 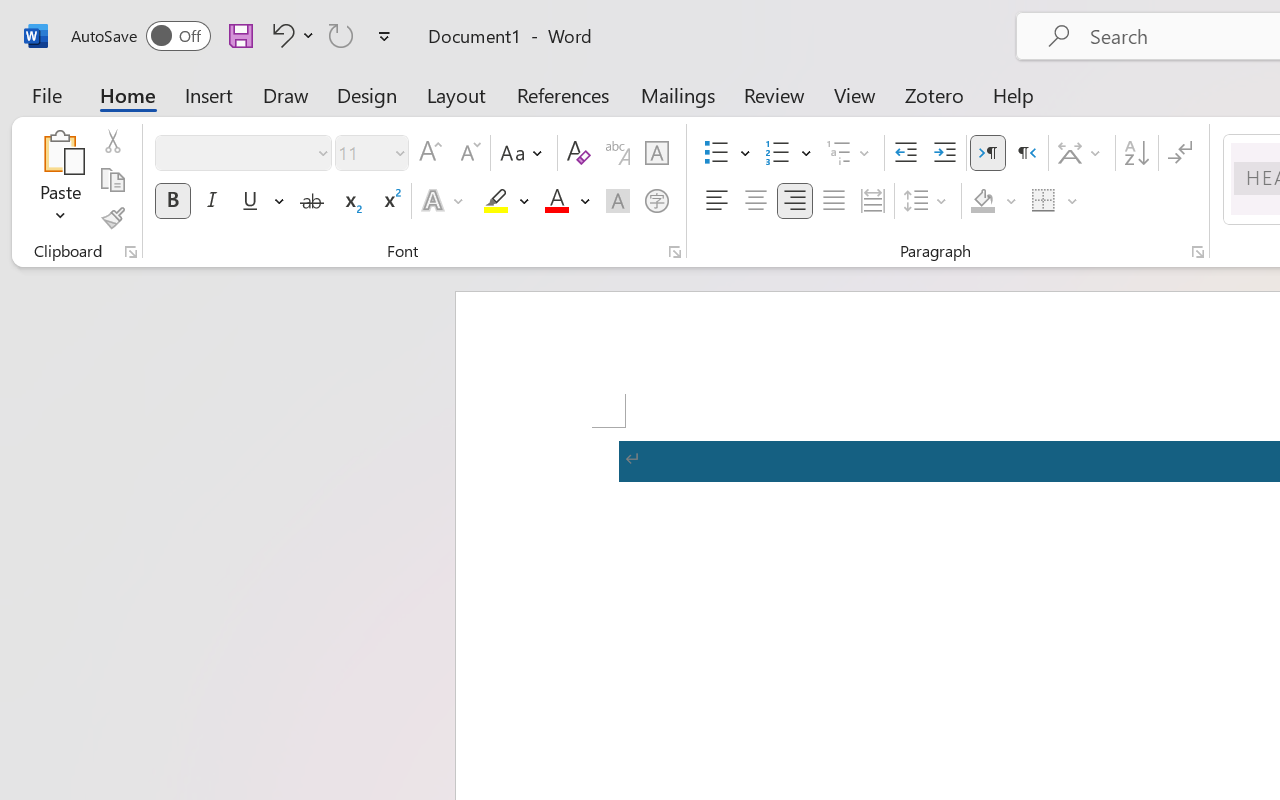 I want to click on 'Left-to-Right', so click(x=988, y=153).